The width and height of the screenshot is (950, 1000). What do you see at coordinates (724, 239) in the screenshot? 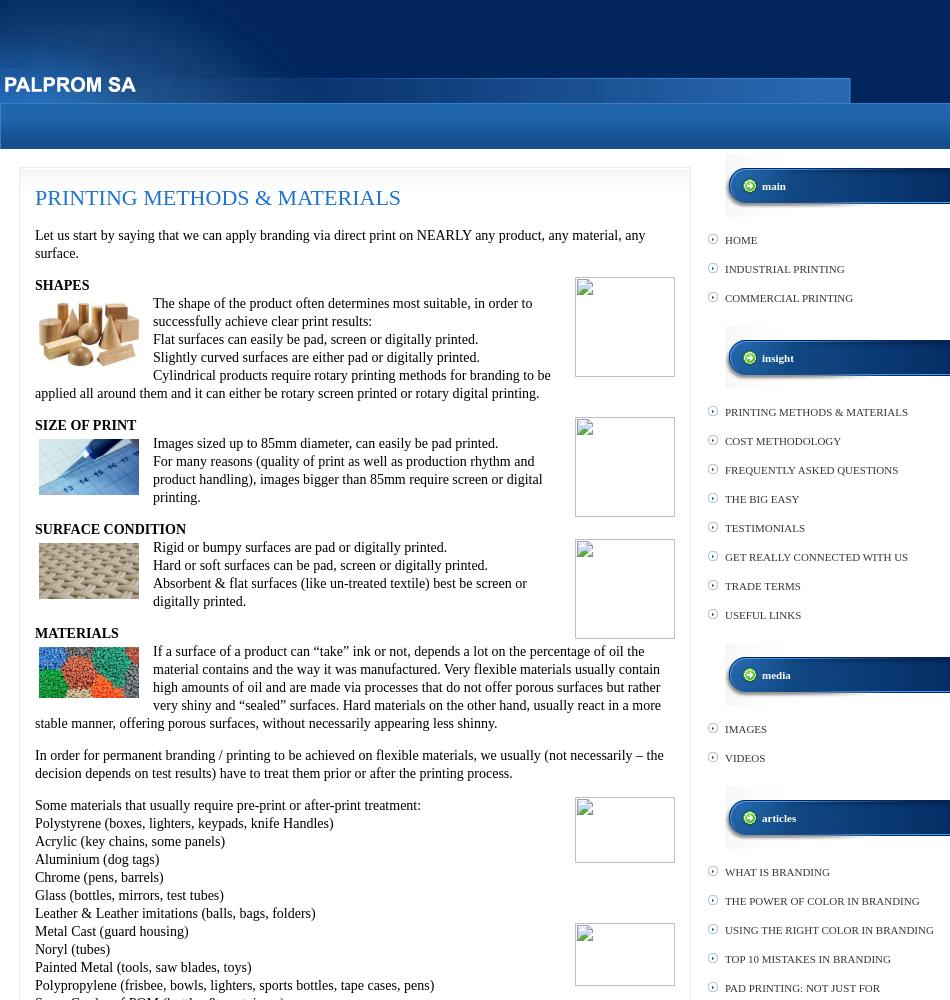
I see `'HOME'` at bounding box center [724, 239].